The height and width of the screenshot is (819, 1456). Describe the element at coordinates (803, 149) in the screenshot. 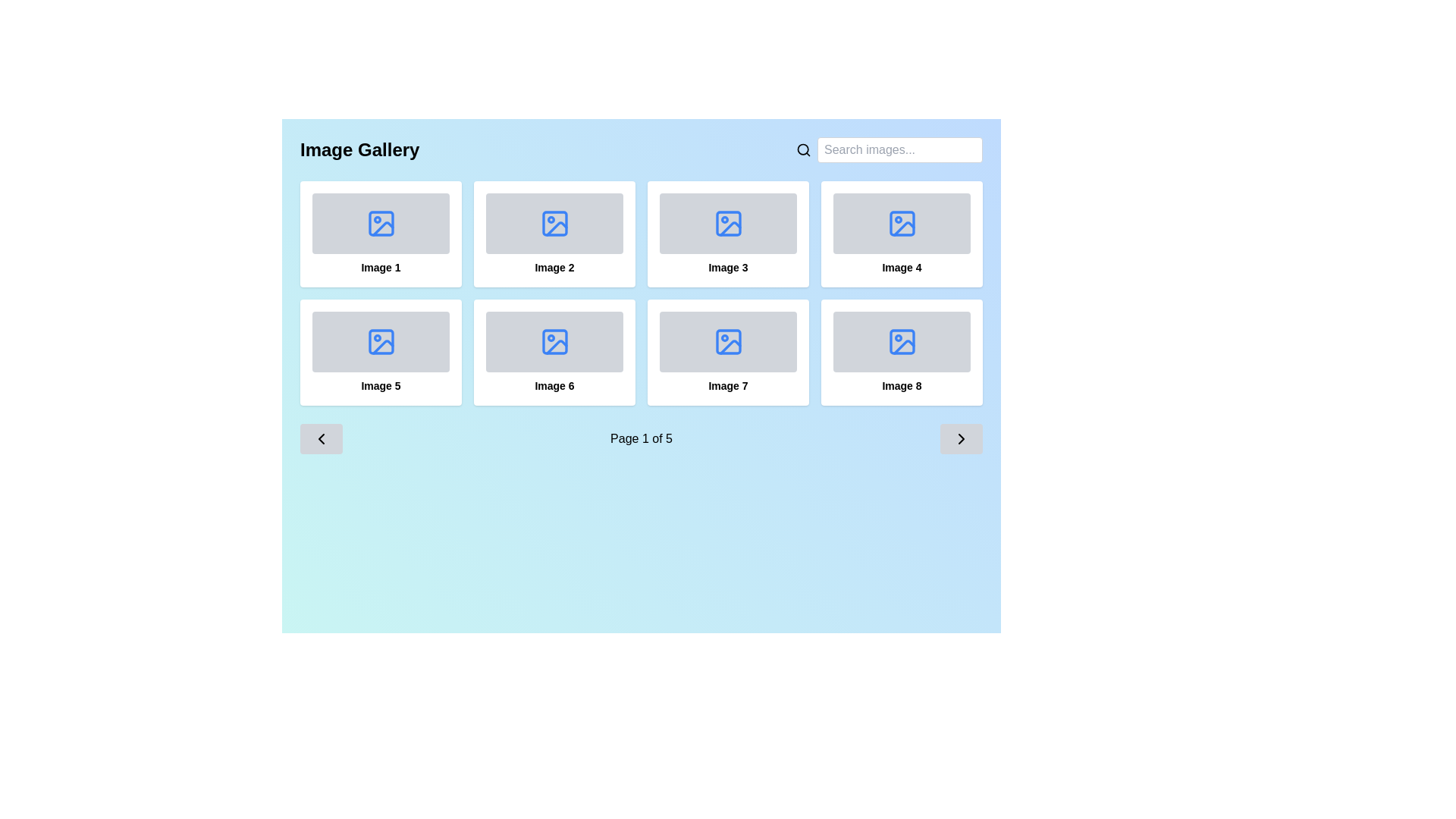

I see `the search icon located on the right side of the header area, preceding the 'Search images...' text input box` at that location.